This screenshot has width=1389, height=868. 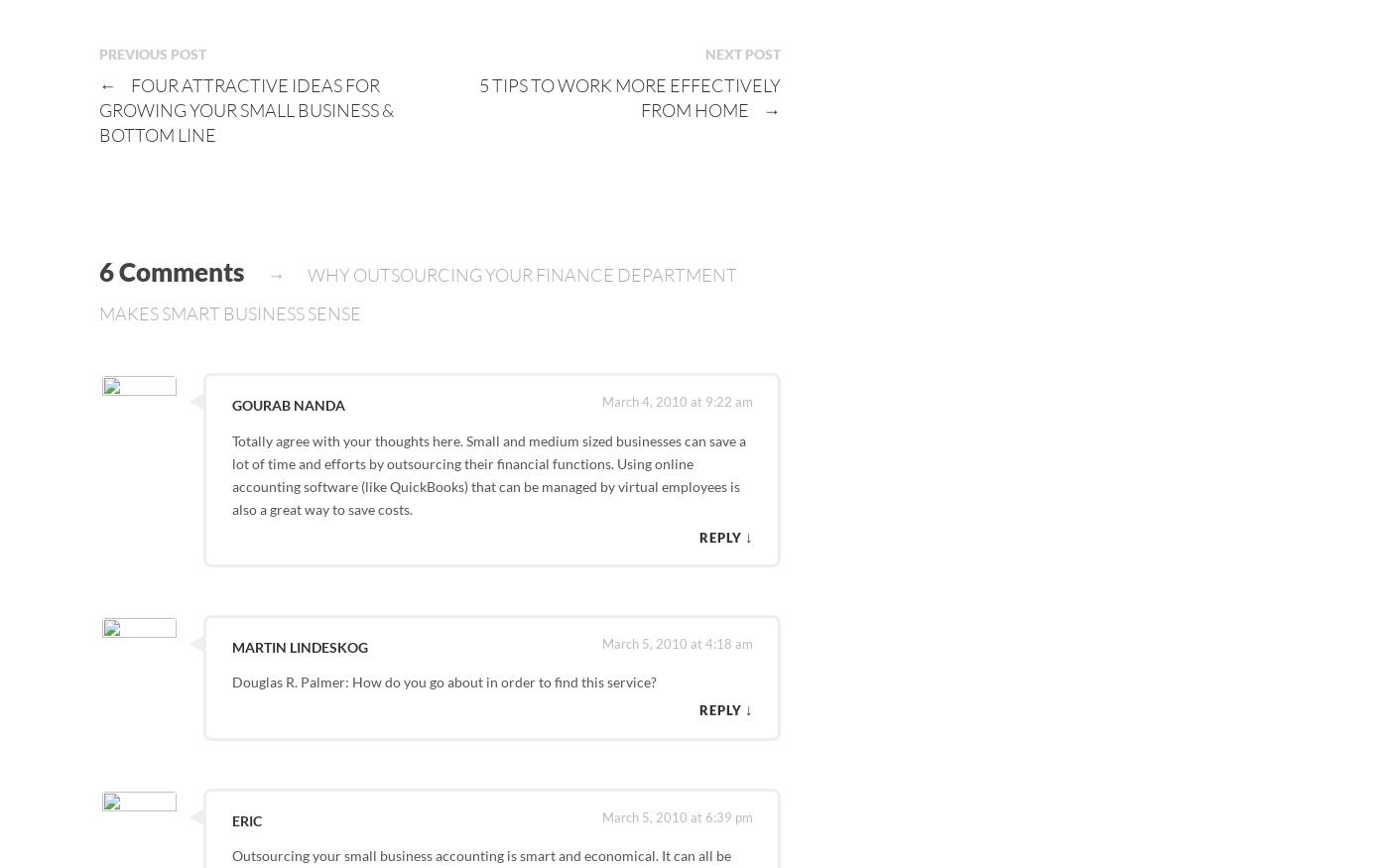 What do you see at coordinates (676, 642) in the screenshot?
I see `'March 5, 2010 at 4:18 am'` at bounding box center [676, 642].